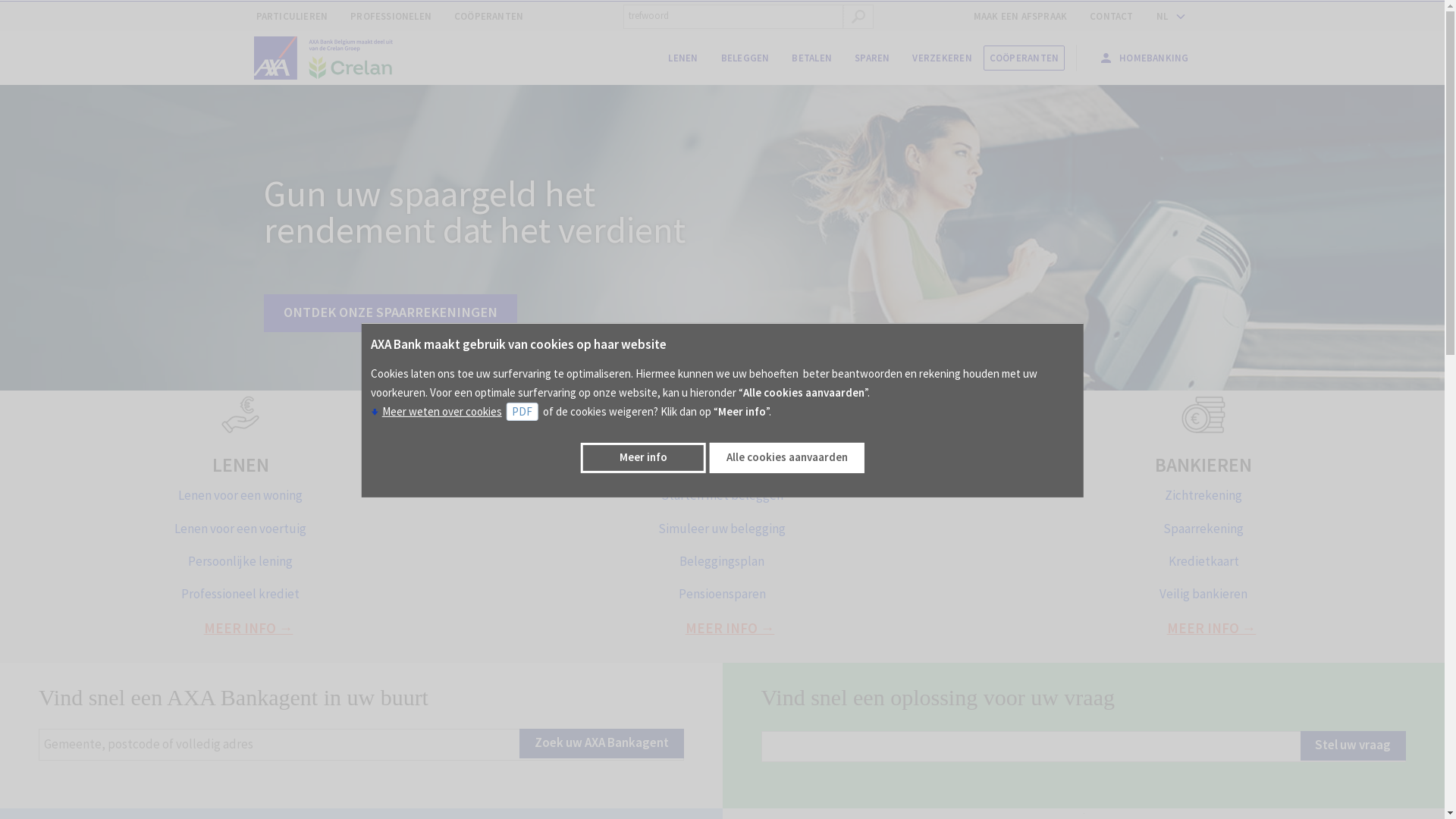 This screenshot has width=1456, height=819. I want to click on 'CONTACT', so click(1111, 16).